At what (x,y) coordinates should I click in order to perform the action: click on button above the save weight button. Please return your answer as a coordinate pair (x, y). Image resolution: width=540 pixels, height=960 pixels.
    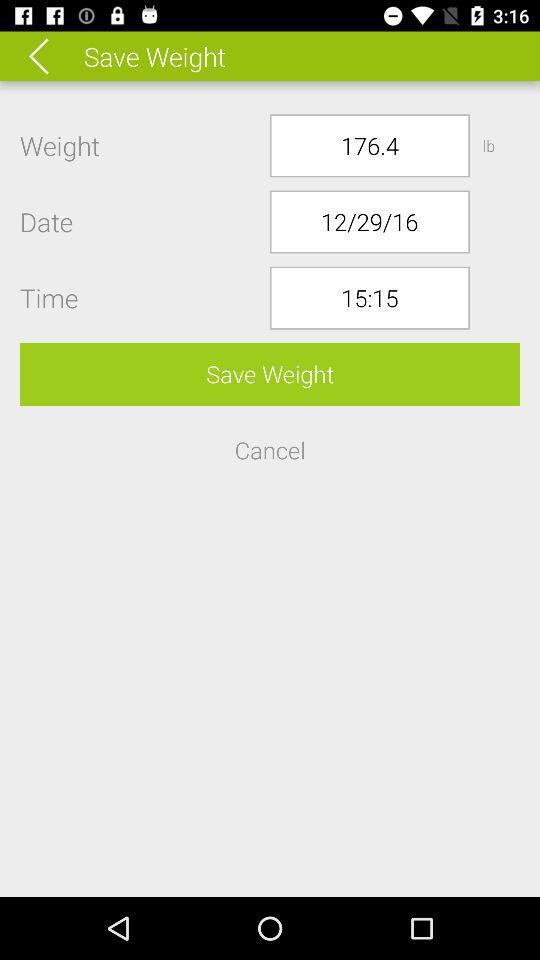
    Looking at the image, I should click on (368, 297).